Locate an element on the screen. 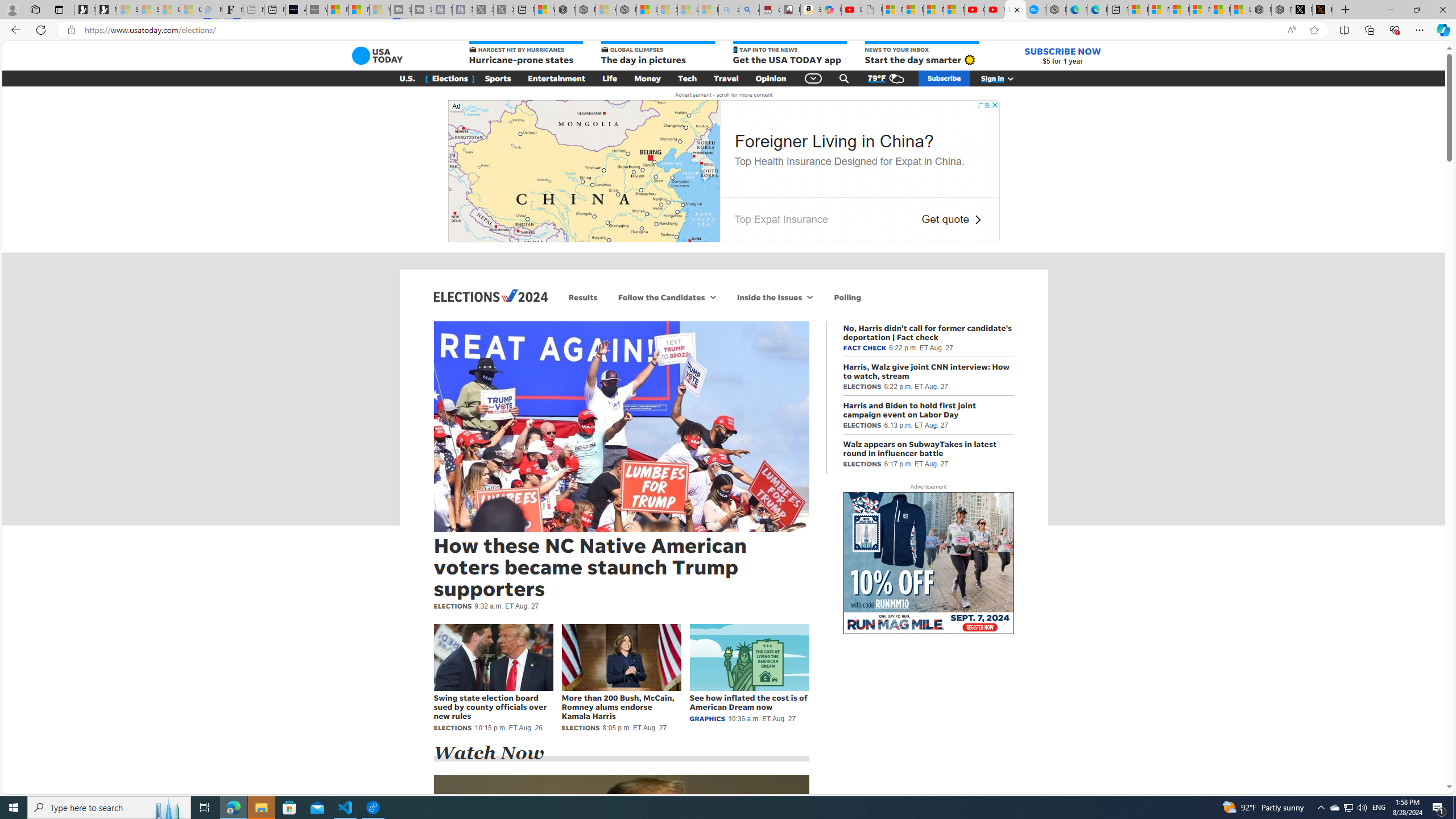 The height and width of the screenshot is (819, 1456). 'View site information' is located at coordinates (71, 30).